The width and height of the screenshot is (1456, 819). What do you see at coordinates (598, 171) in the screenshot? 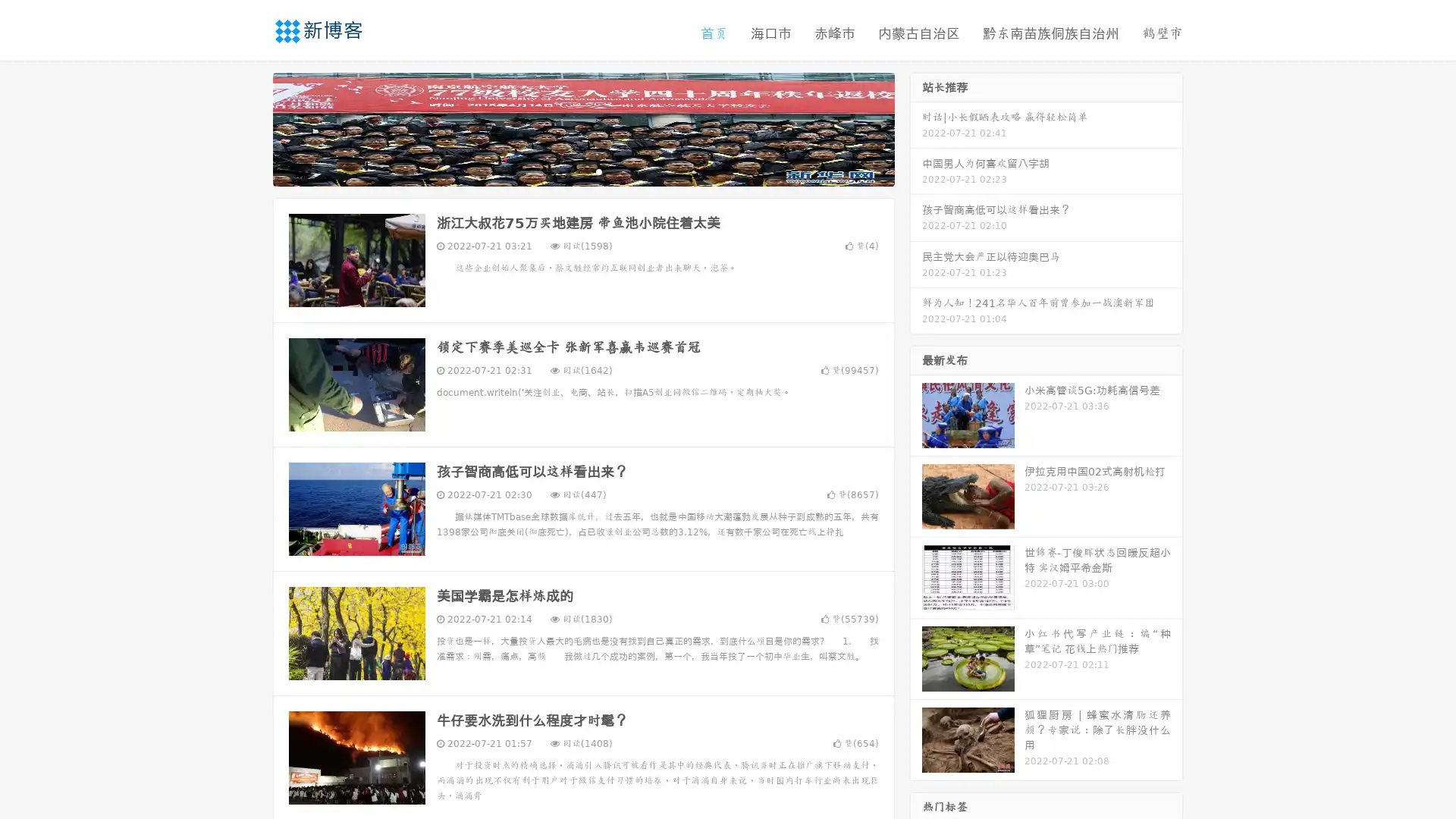
I see `Go to slide 3` at bounding box center [598, 171].